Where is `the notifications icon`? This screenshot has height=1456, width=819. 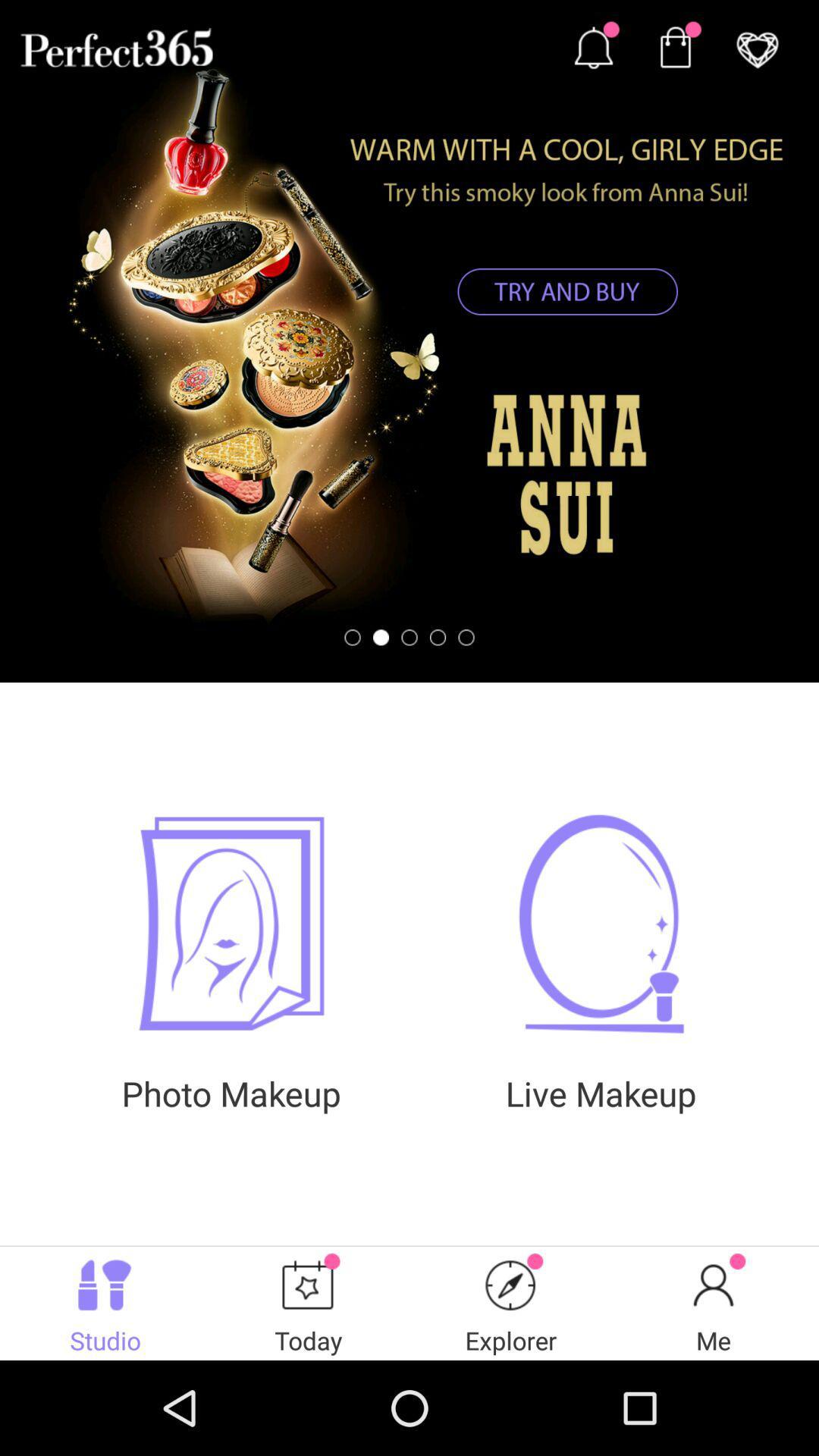
the notifications icon is located at coordinates (592, 51).